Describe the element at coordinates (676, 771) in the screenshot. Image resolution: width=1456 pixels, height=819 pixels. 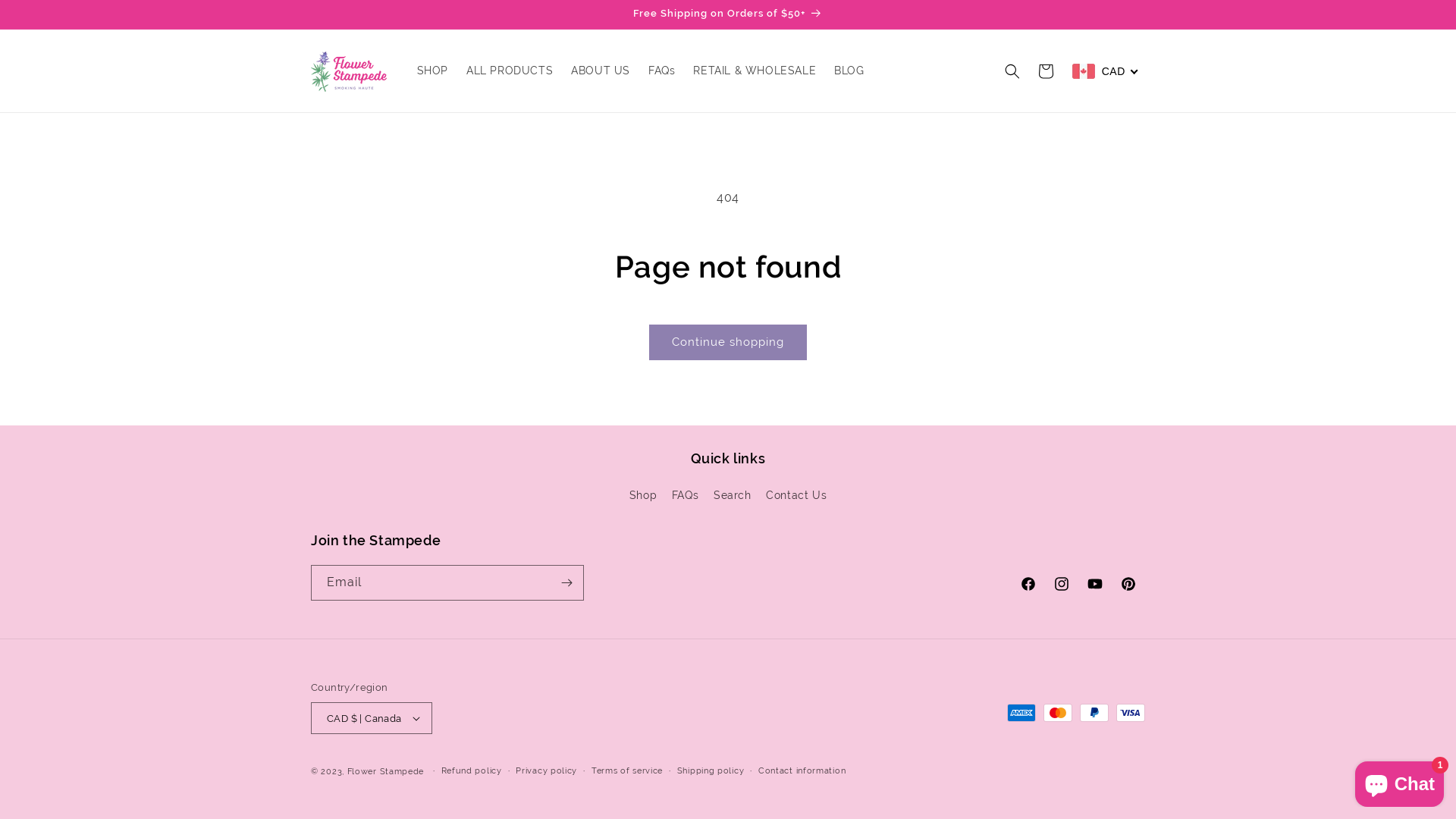
I see `'Shipping policy'` at that location.